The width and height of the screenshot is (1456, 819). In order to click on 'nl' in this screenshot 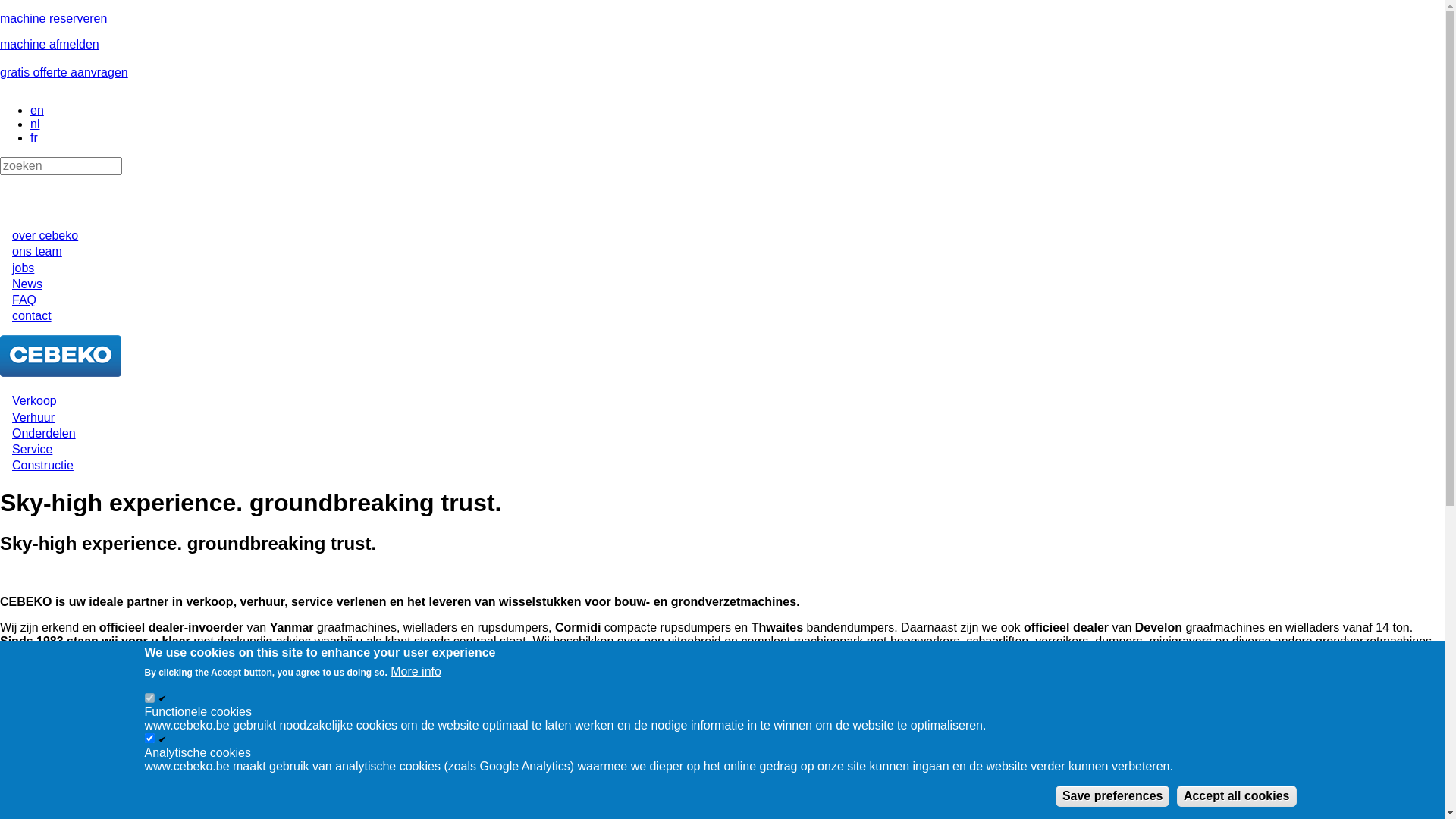, I will do `click(30, 123)`.